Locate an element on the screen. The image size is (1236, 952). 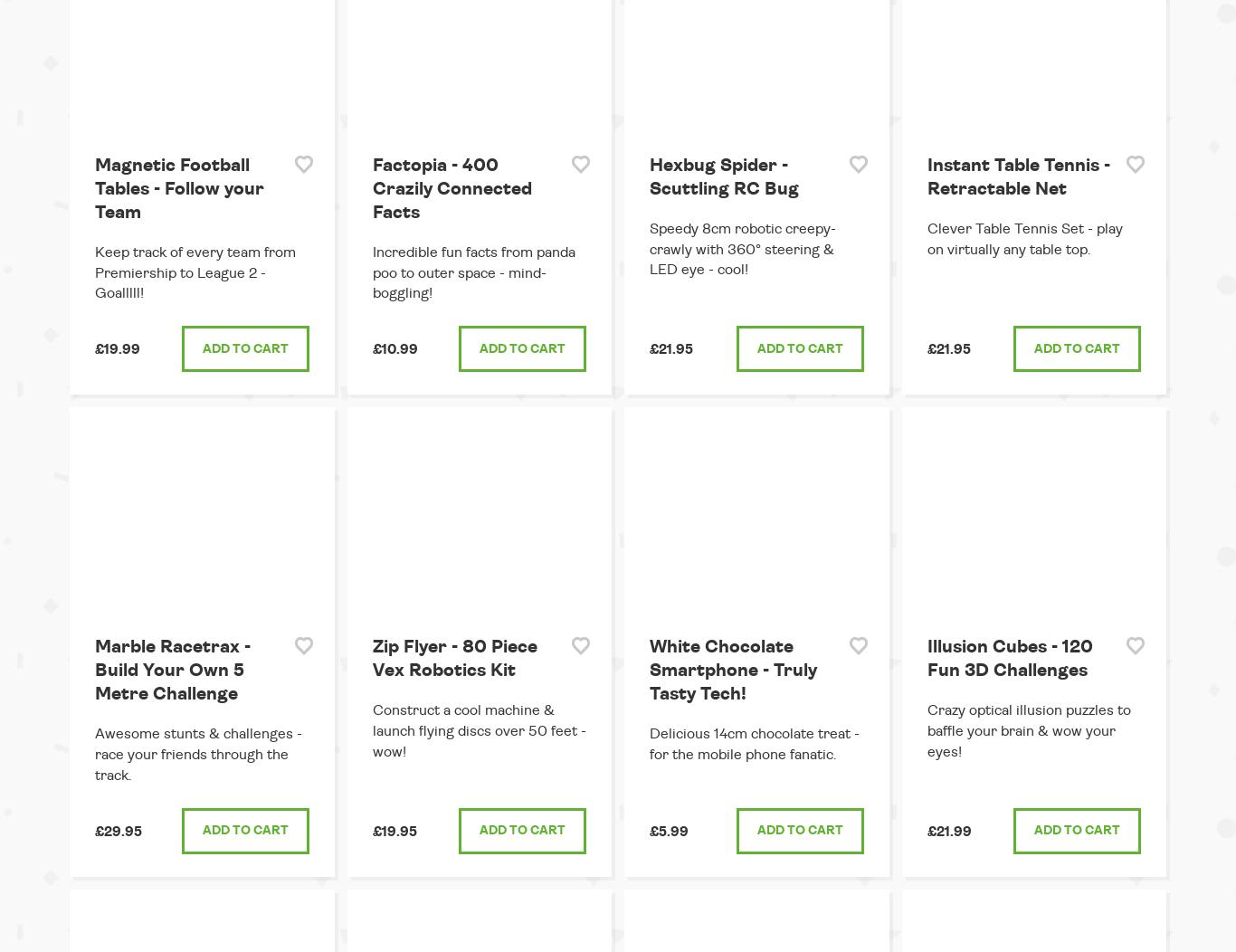
'£10.99' is located at coordinates (394, 349).